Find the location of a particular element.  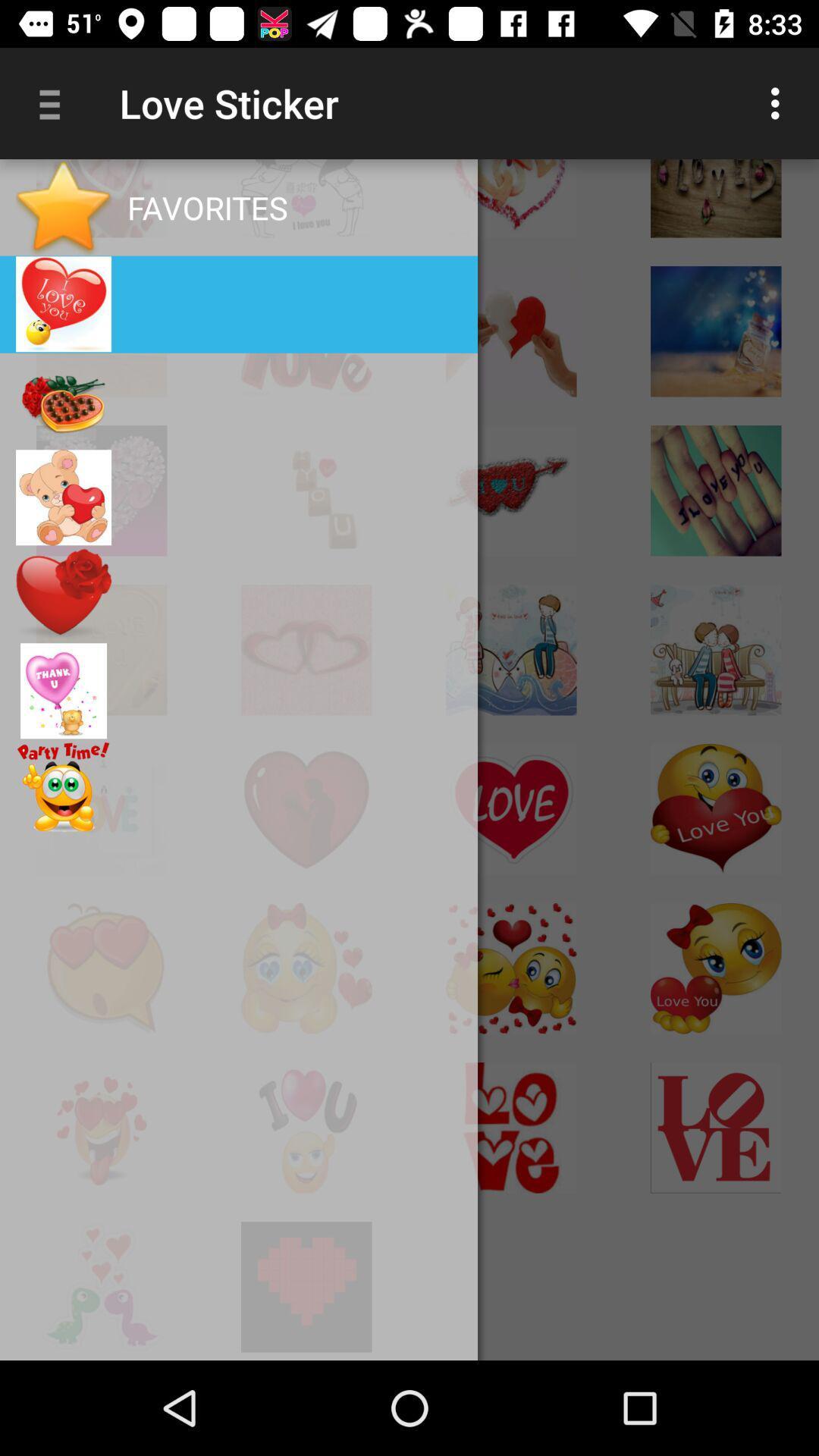

the image above party time is located at coordinates (63, 690).